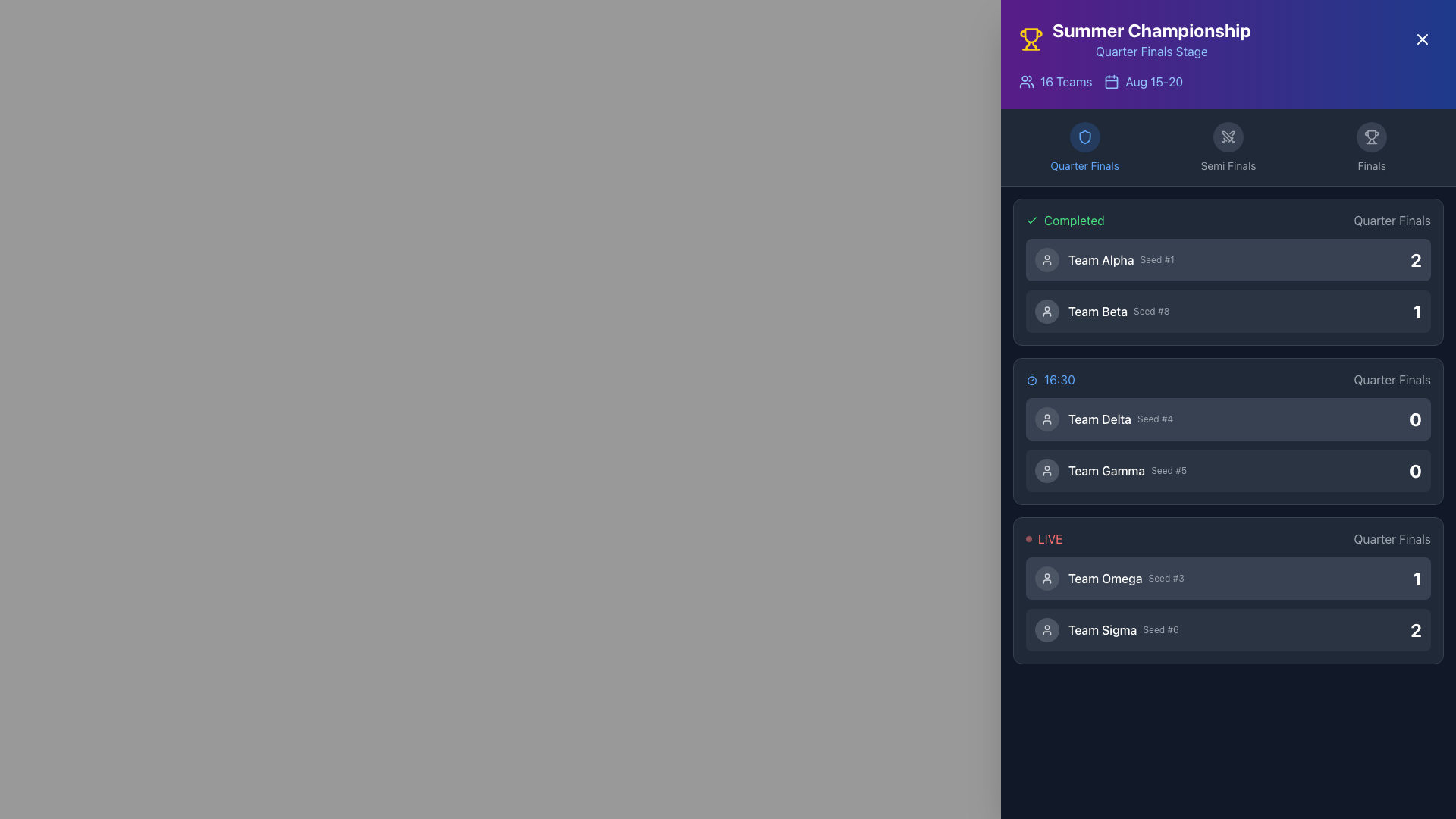 This screenshot has width=1456, height=819. I want to click on the clickable list item displaying information about 'Team Sigma' and its seed 'Seed #6', so click(1106, 629).